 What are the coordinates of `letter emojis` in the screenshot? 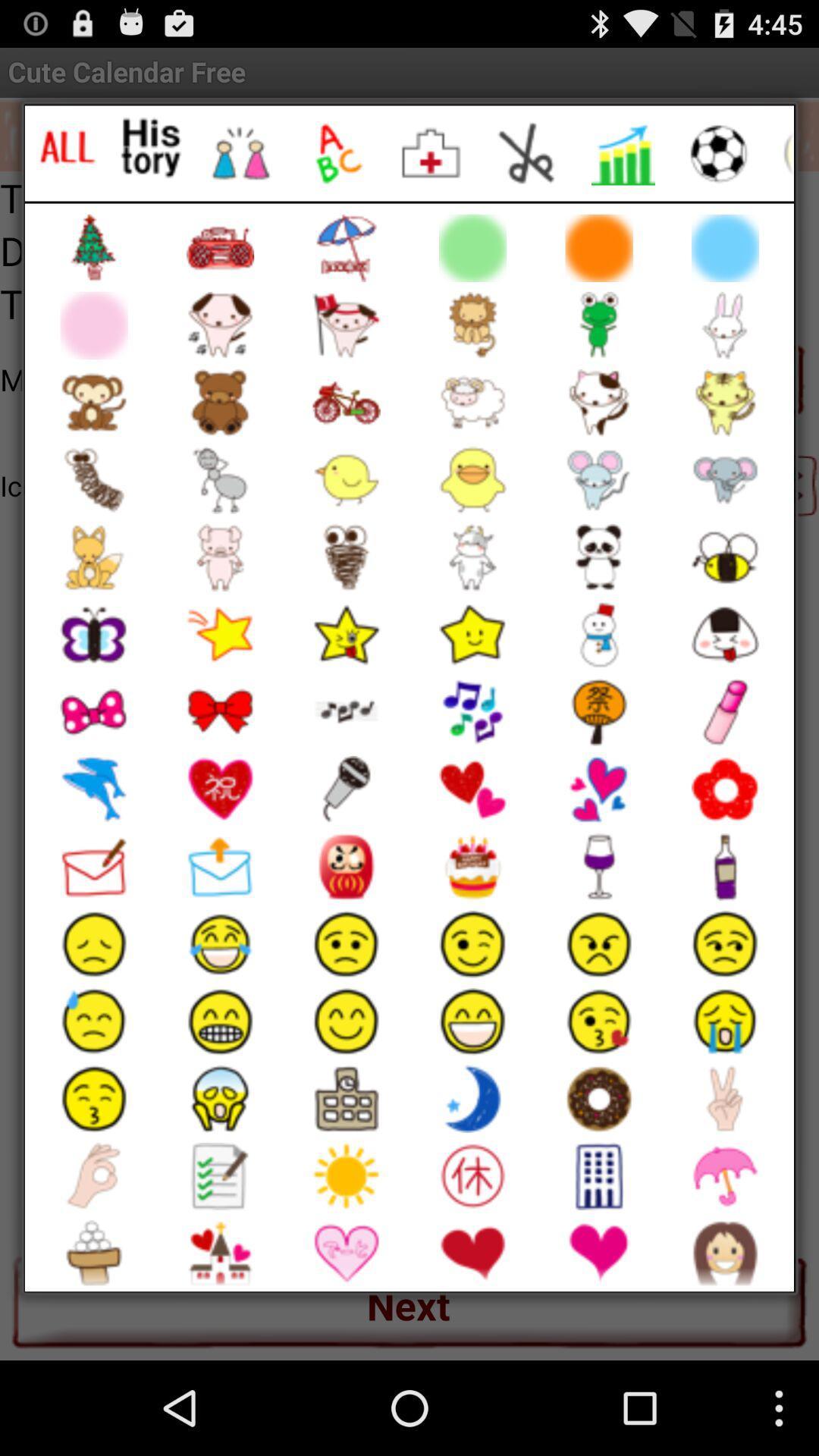 It's located at (335, 153).